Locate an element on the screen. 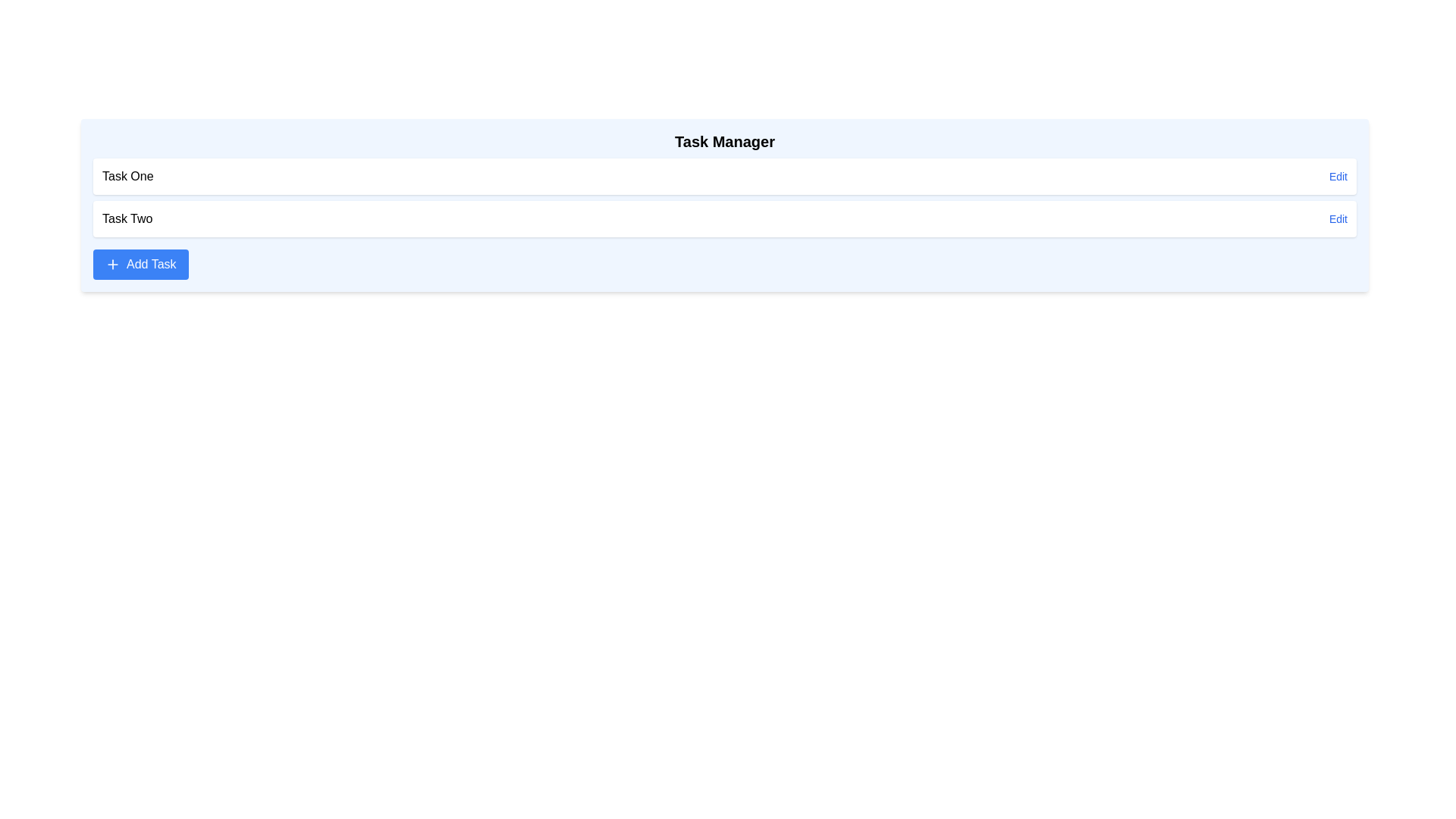  the text label that says 'Task One', which is displayed in black text on a white background, located in the top row of a task list to the left of the 'Edit' link is located at coordinates (127, 175).